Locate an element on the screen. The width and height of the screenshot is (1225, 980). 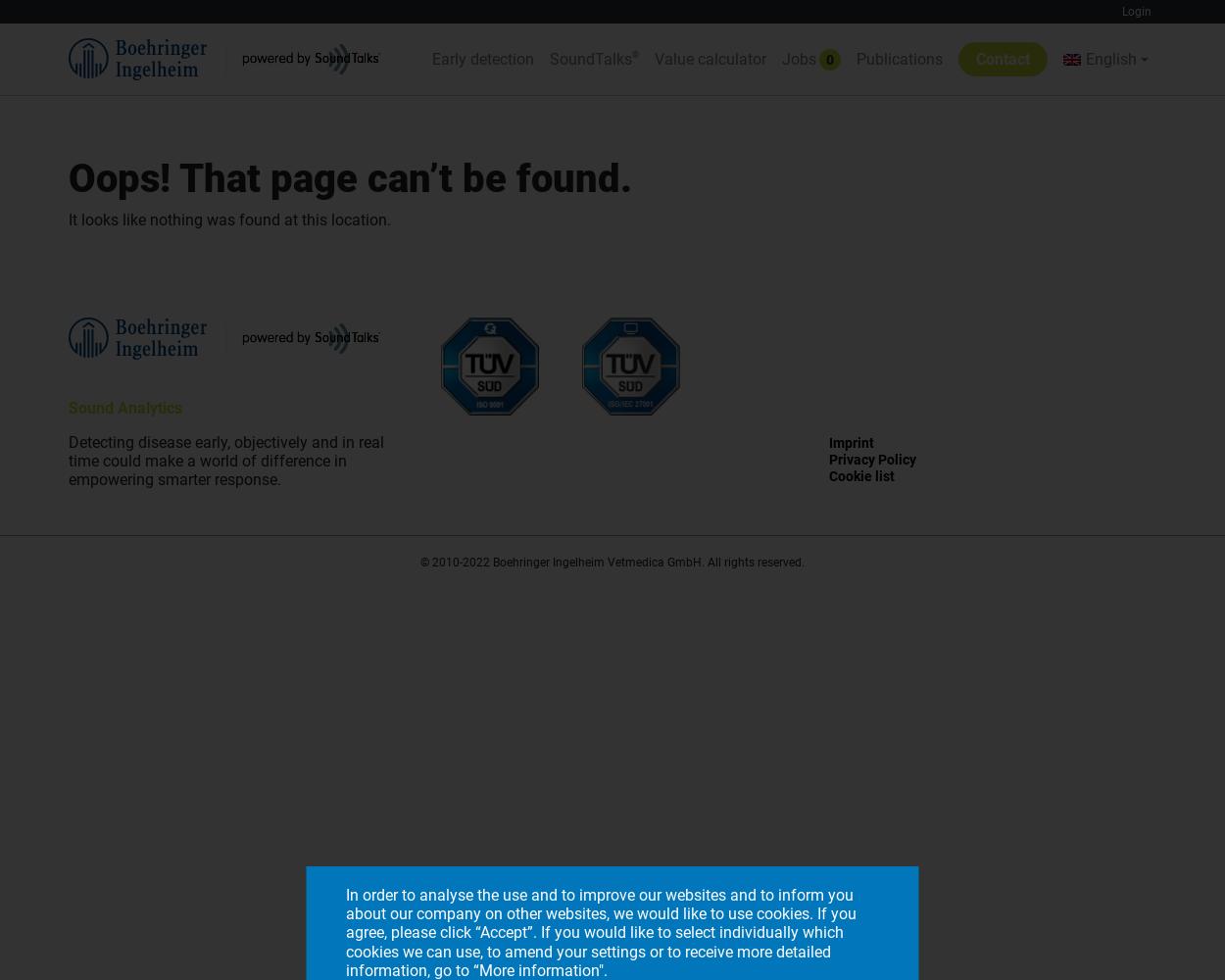
'Early detection' is located at coordinates (481, 59).